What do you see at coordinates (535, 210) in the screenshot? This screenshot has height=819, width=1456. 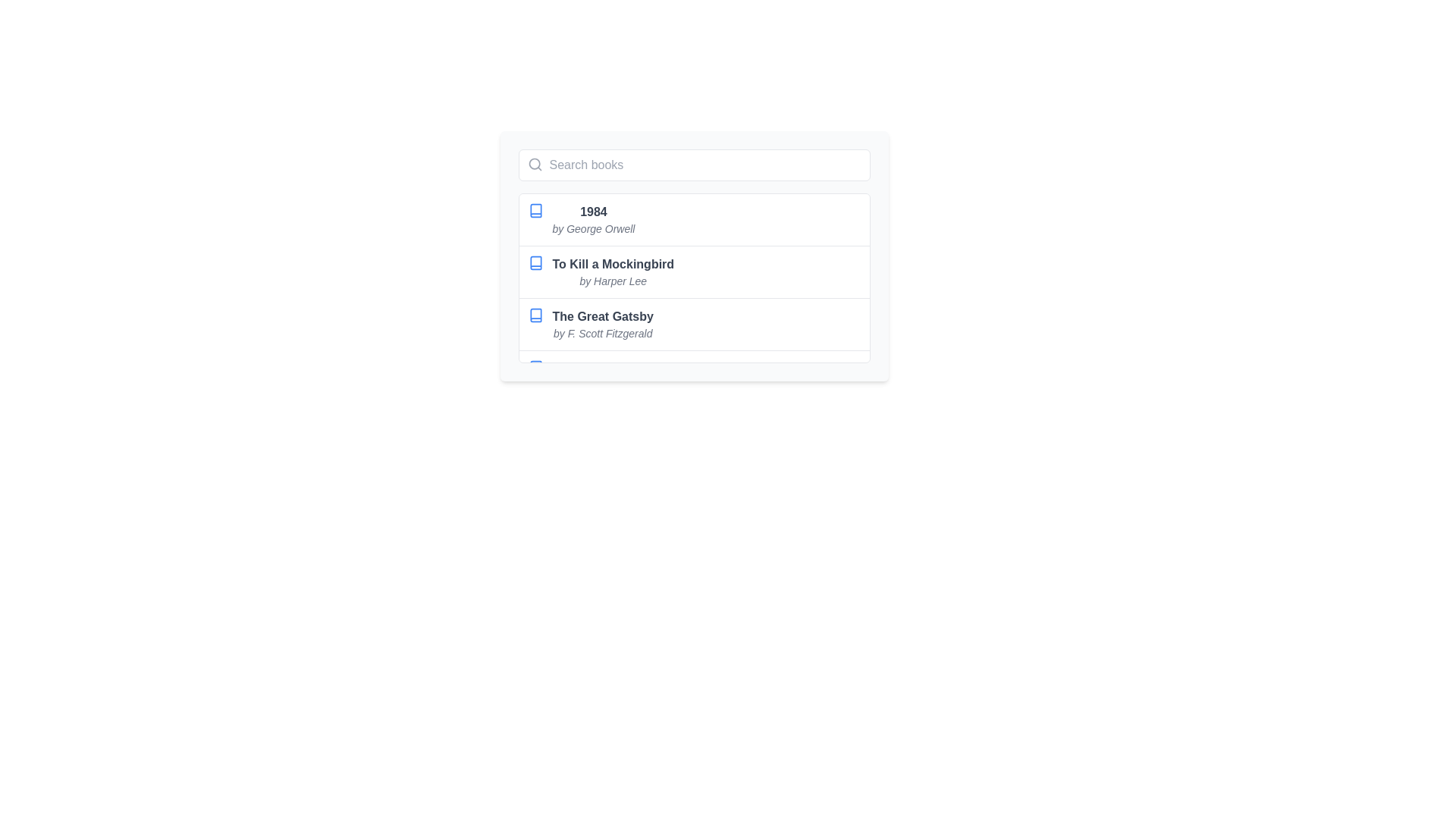 I see `the blue book icon, which is the first item in a vertical list adjacent to the text '1984 by George Orwell'` at bounding box center [535, 210].